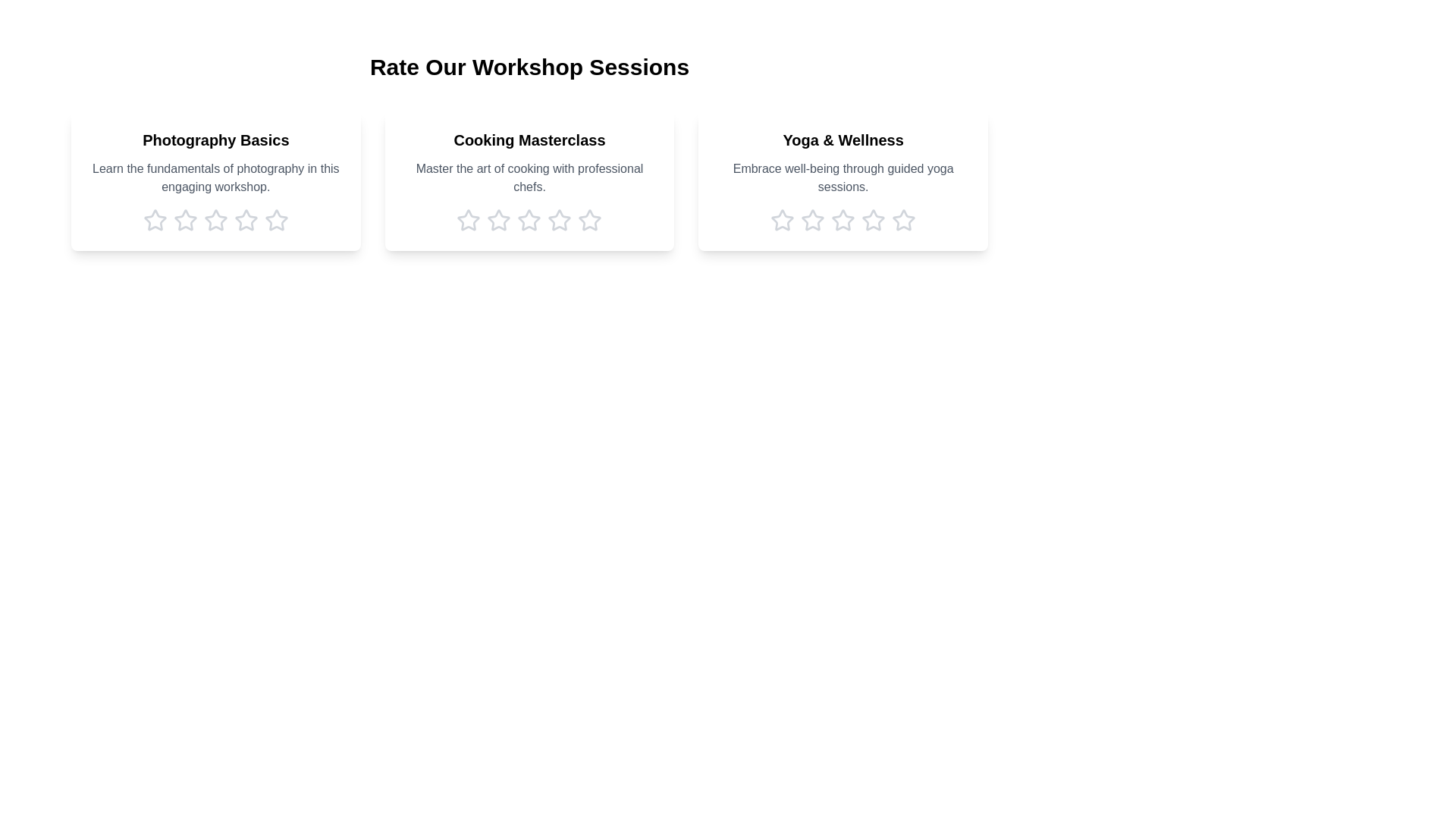 This screenshot has height=819, width=1456. I want to click on the rating for a workshop to 1 stars, so click(155, 220).